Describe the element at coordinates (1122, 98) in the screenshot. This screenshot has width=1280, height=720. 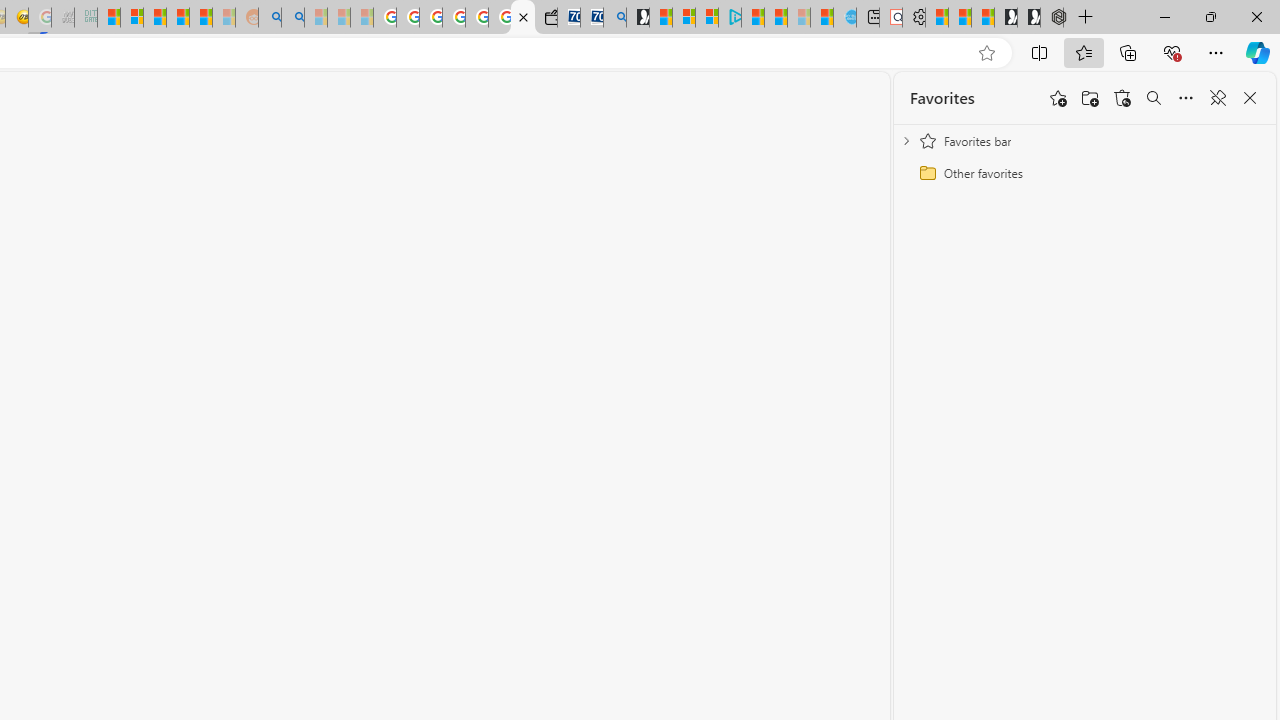
I see `'Restore deleted favorites'` at that location.